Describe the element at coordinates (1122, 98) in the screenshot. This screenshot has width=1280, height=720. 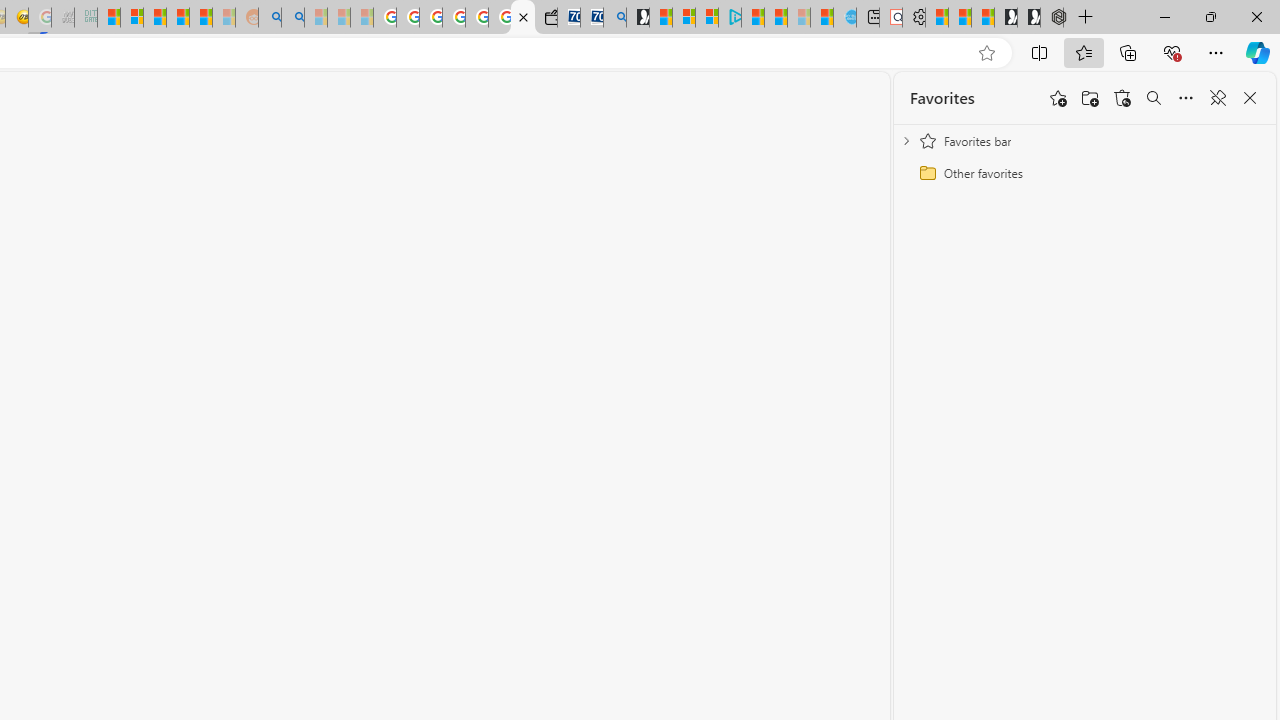
I see `'Restore deleted favorites'` at that location.